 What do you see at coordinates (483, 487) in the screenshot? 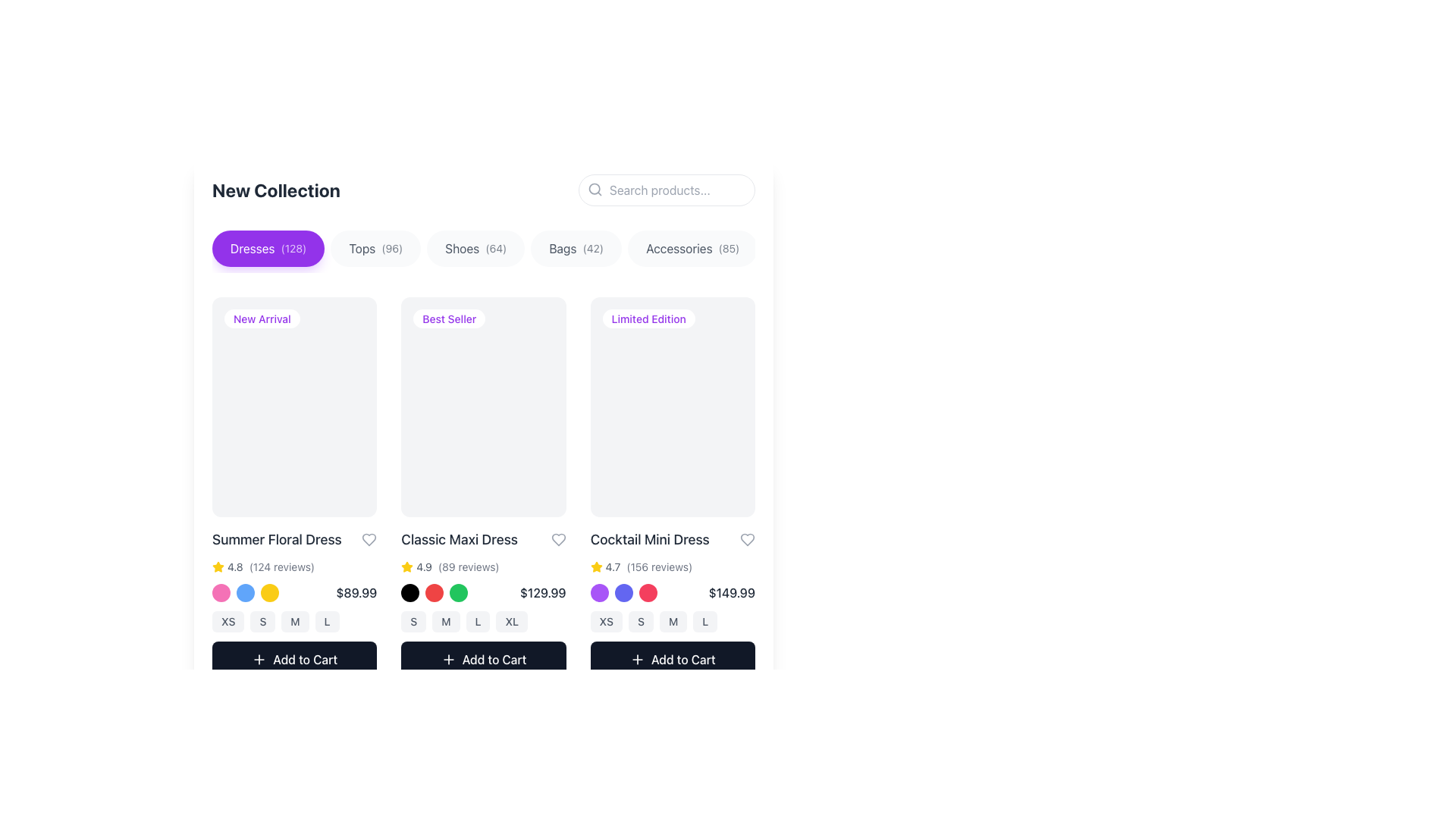
I see `the 'Classic Maxi Dress' product card` at bounding box center [483, 487].